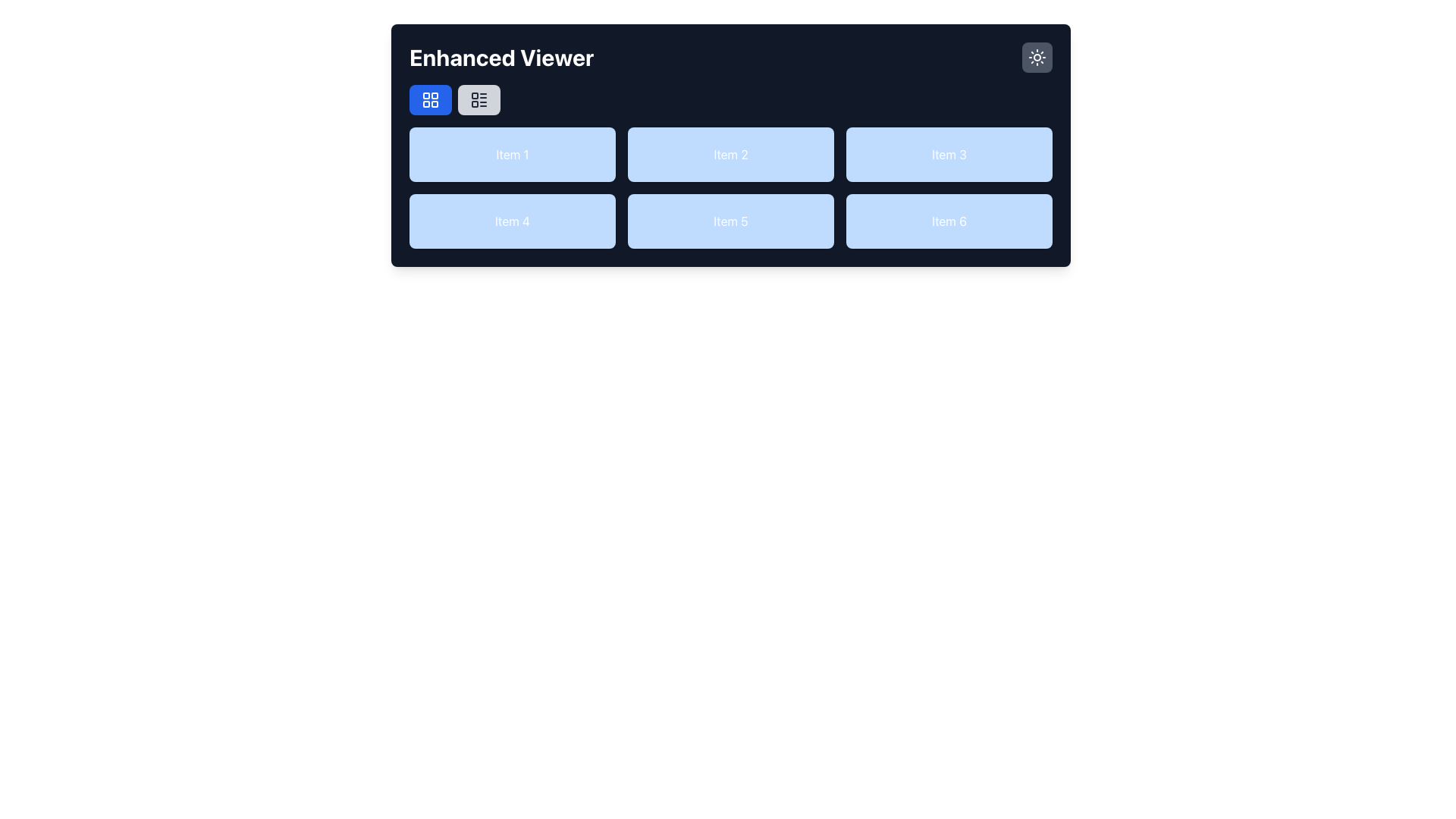 The height and width of the screenshot is (819, 1456). What do you see at coordinates (731, 146) in the screenshot?
I see `the second card in the grid that displays 'Item 2', located between 'Item 1' and 'Item 3'` at bounding box center [731, 146].